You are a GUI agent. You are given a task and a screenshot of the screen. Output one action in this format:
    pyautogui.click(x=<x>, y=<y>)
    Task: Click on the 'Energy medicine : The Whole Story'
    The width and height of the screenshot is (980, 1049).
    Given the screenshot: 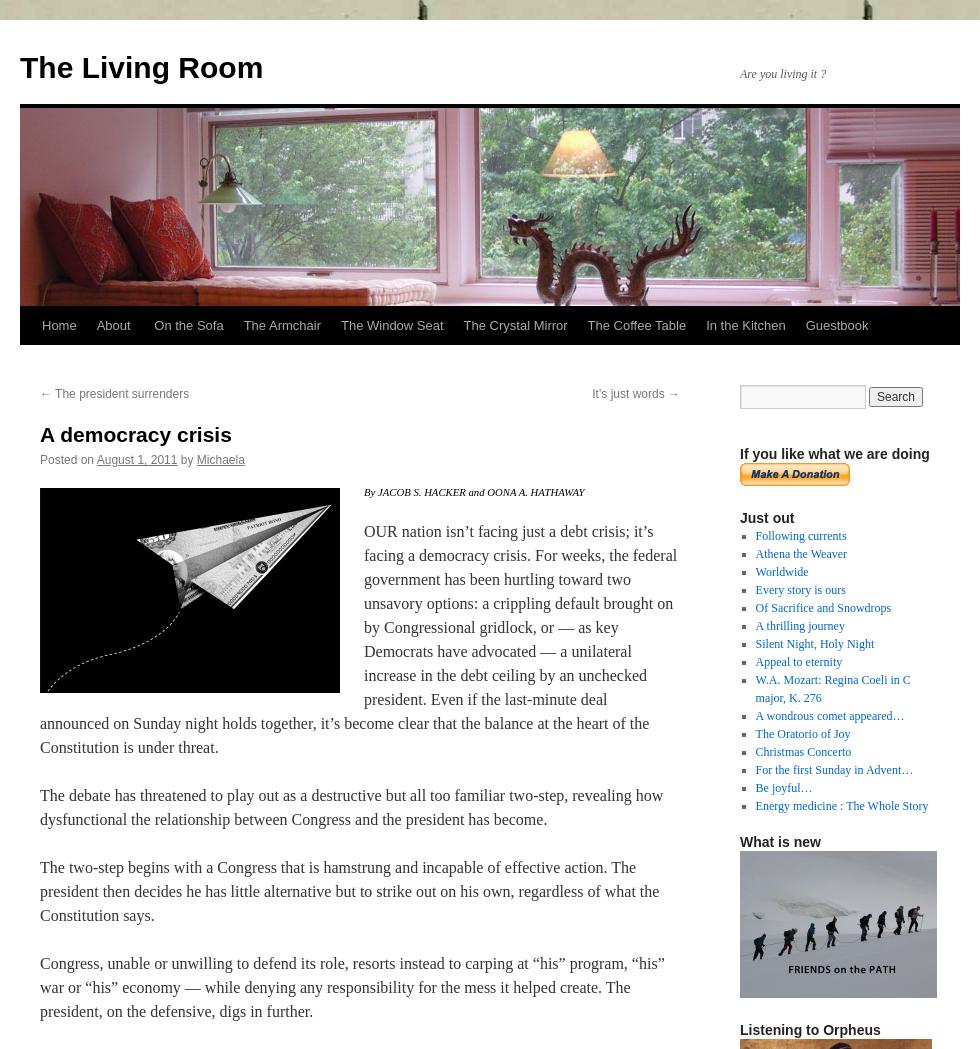 What is the action you would take?
    pyautogui.click(x=754, y=806)
    